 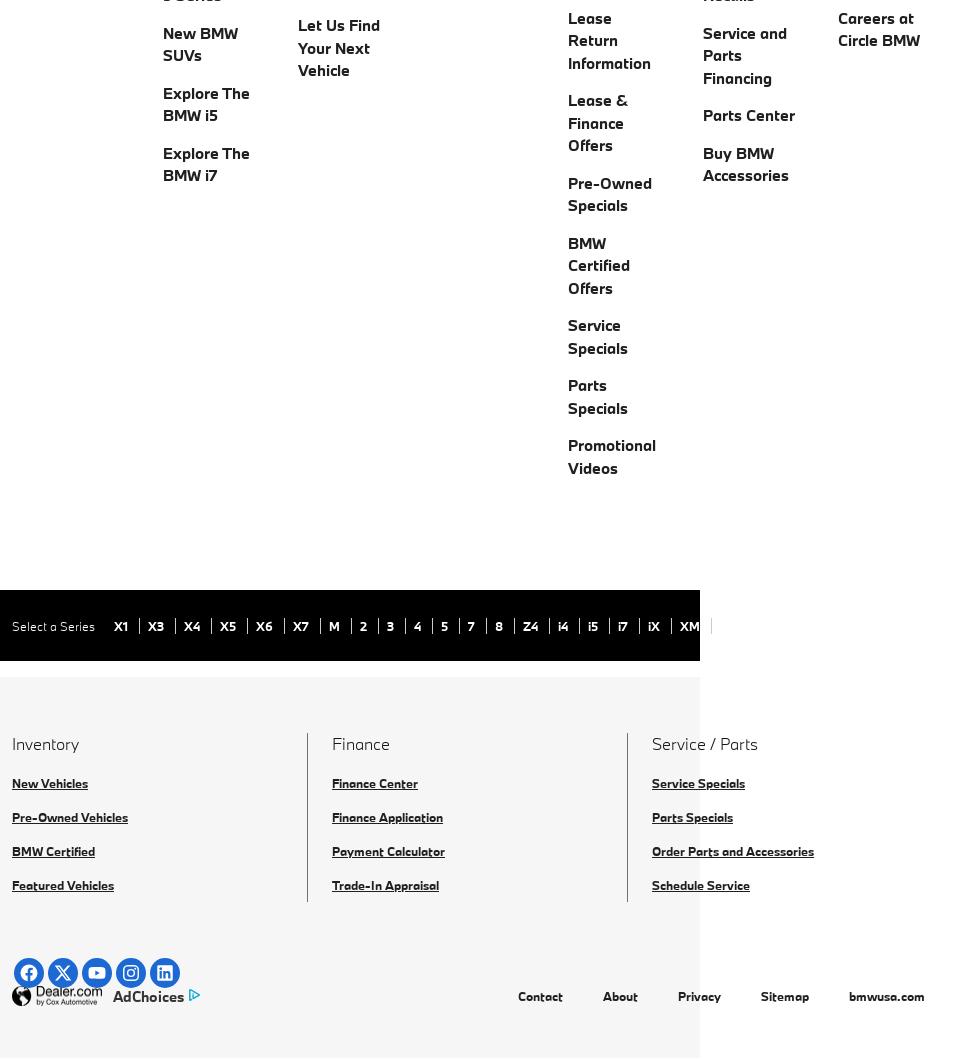 What do you see at coordinates (745, 162) in the screenshot?
I see `'Buy BMW Accessories'` at bounding box center [745, 162].